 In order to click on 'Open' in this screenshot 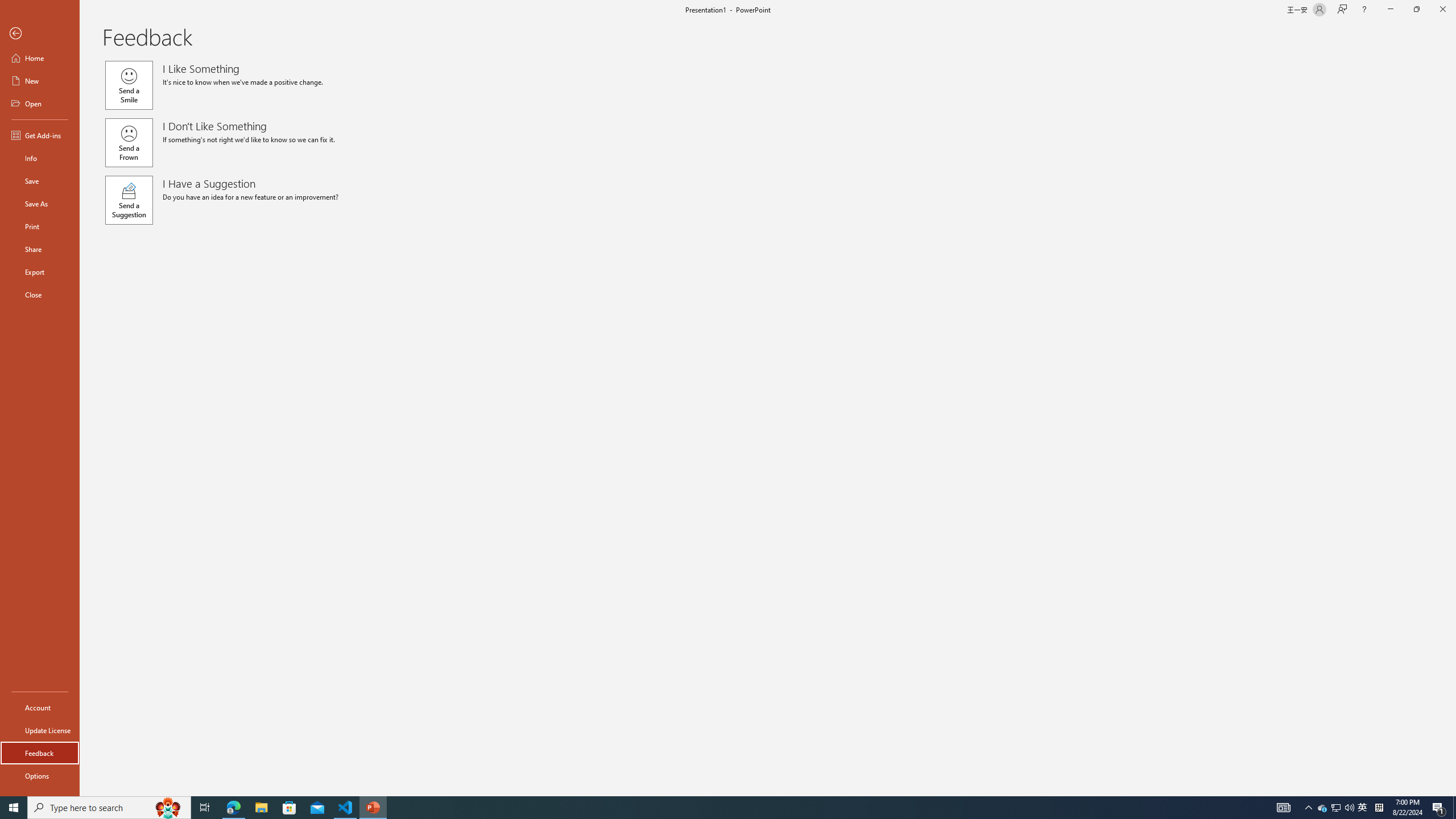, I will do `click(39, 102)`.